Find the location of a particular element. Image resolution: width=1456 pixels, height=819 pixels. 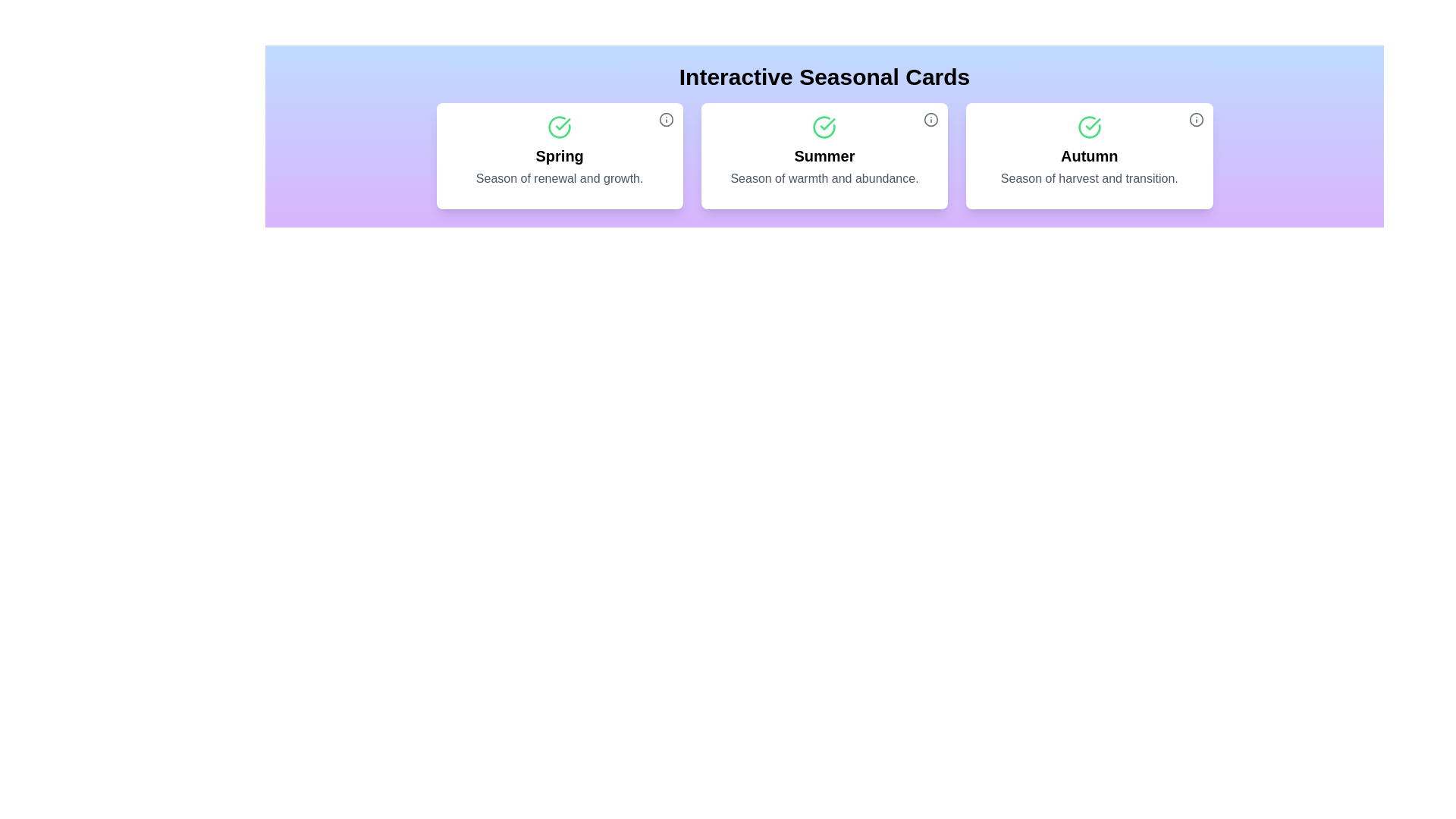

text label containing the phrase 'Season of renewal and growth.' which is styled with a light gray font and located below the title 'Spring' in a centered card is located at coordinates (559, 177).